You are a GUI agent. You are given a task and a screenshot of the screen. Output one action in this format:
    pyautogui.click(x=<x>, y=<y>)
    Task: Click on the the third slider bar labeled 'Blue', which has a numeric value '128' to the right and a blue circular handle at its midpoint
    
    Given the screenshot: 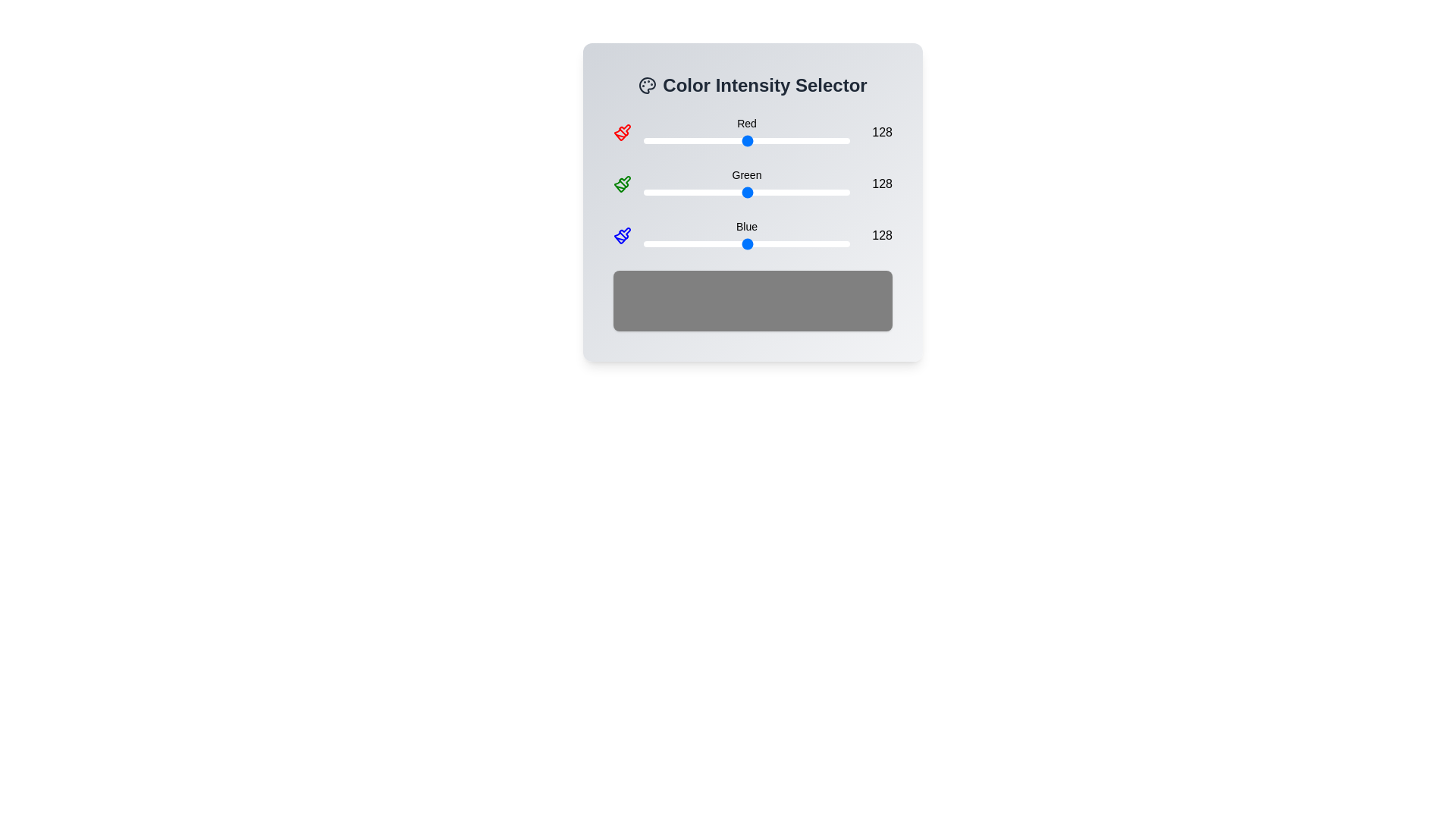 What is the action you would take?
    pyautogui.click(x=753, y=236)
    